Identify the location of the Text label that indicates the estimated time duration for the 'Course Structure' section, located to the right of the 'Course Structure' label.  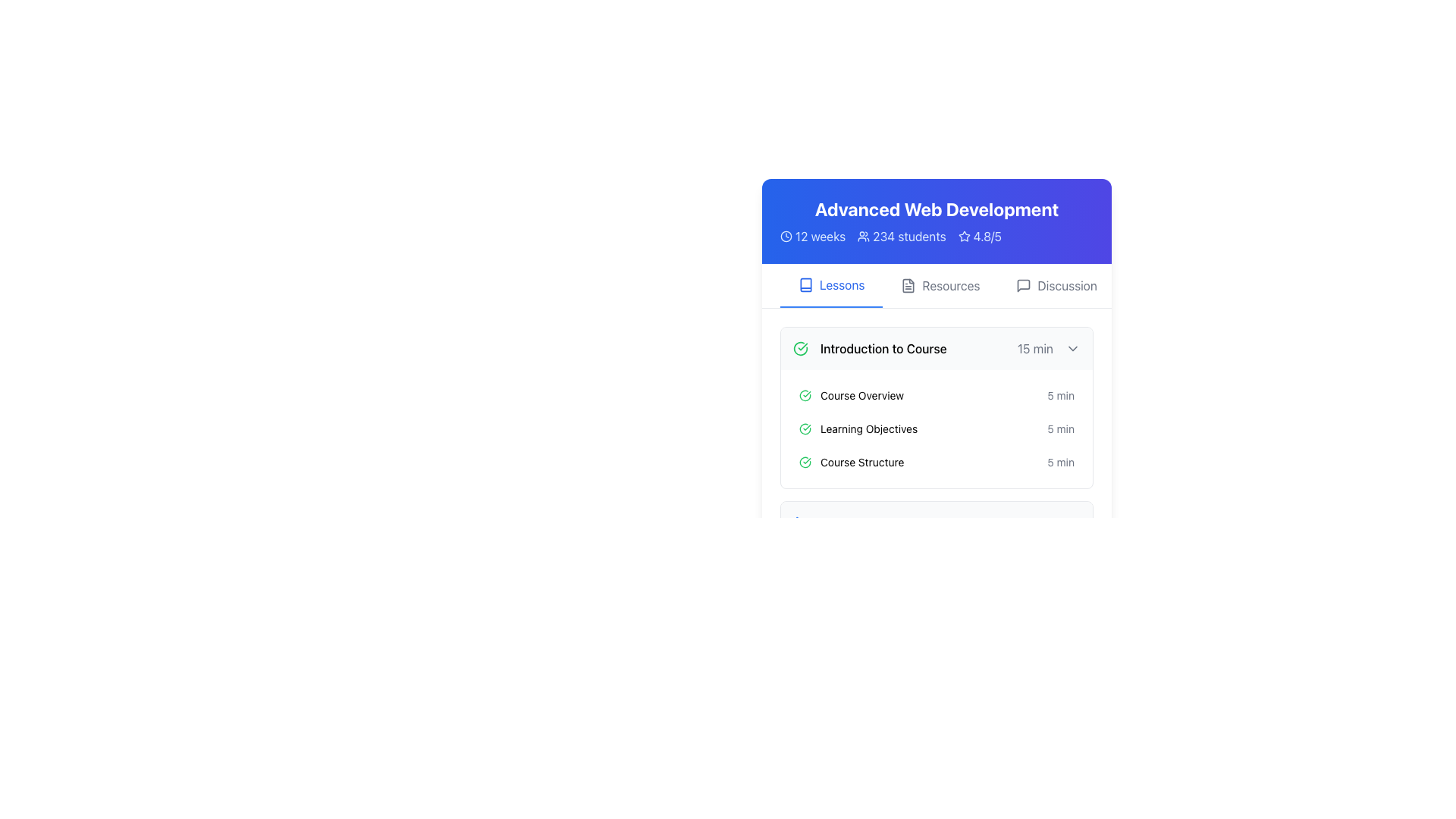
(1060, 461).